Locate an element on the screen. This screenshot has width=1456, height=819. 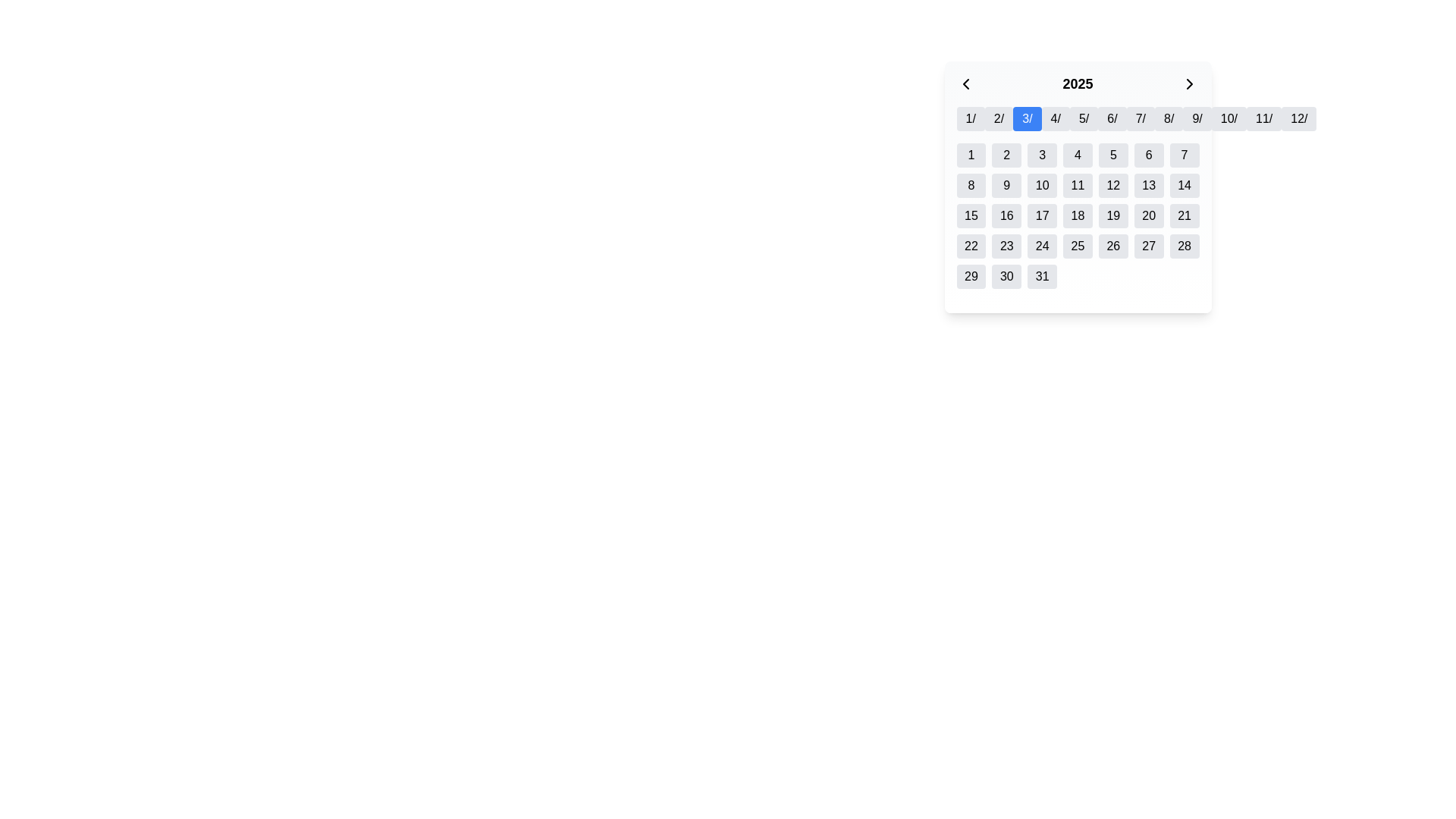
the 'November' button in the month-selection menu of the calendar interface is located at coordinates (1263, 118).